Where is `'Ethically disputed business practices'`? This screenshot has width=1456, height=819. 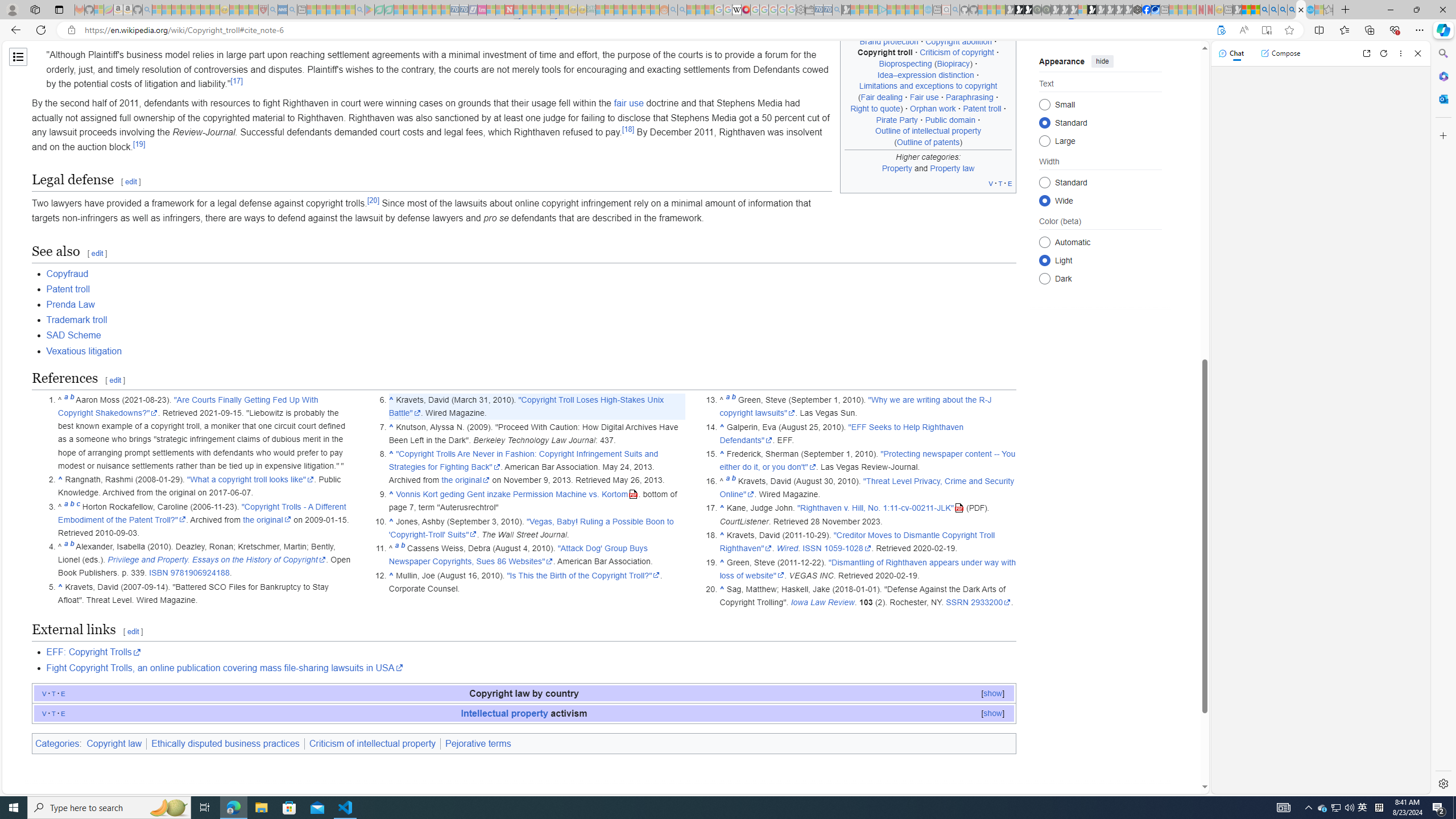
'Ethically disputed business practices' is located at coordinates (225, 743).